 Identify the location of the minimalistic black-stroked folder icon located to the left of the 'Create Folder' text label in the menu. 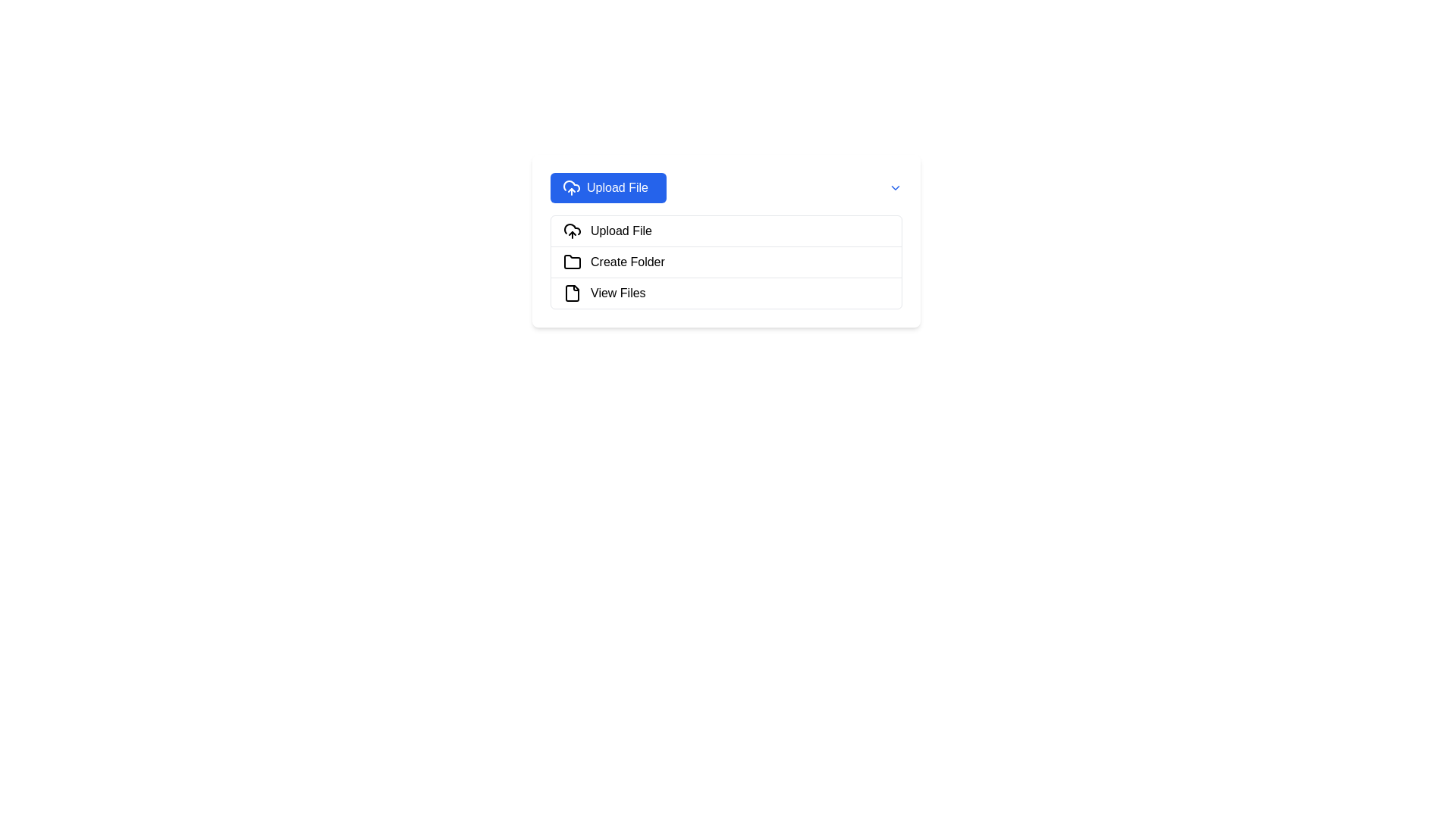
(571, 262).